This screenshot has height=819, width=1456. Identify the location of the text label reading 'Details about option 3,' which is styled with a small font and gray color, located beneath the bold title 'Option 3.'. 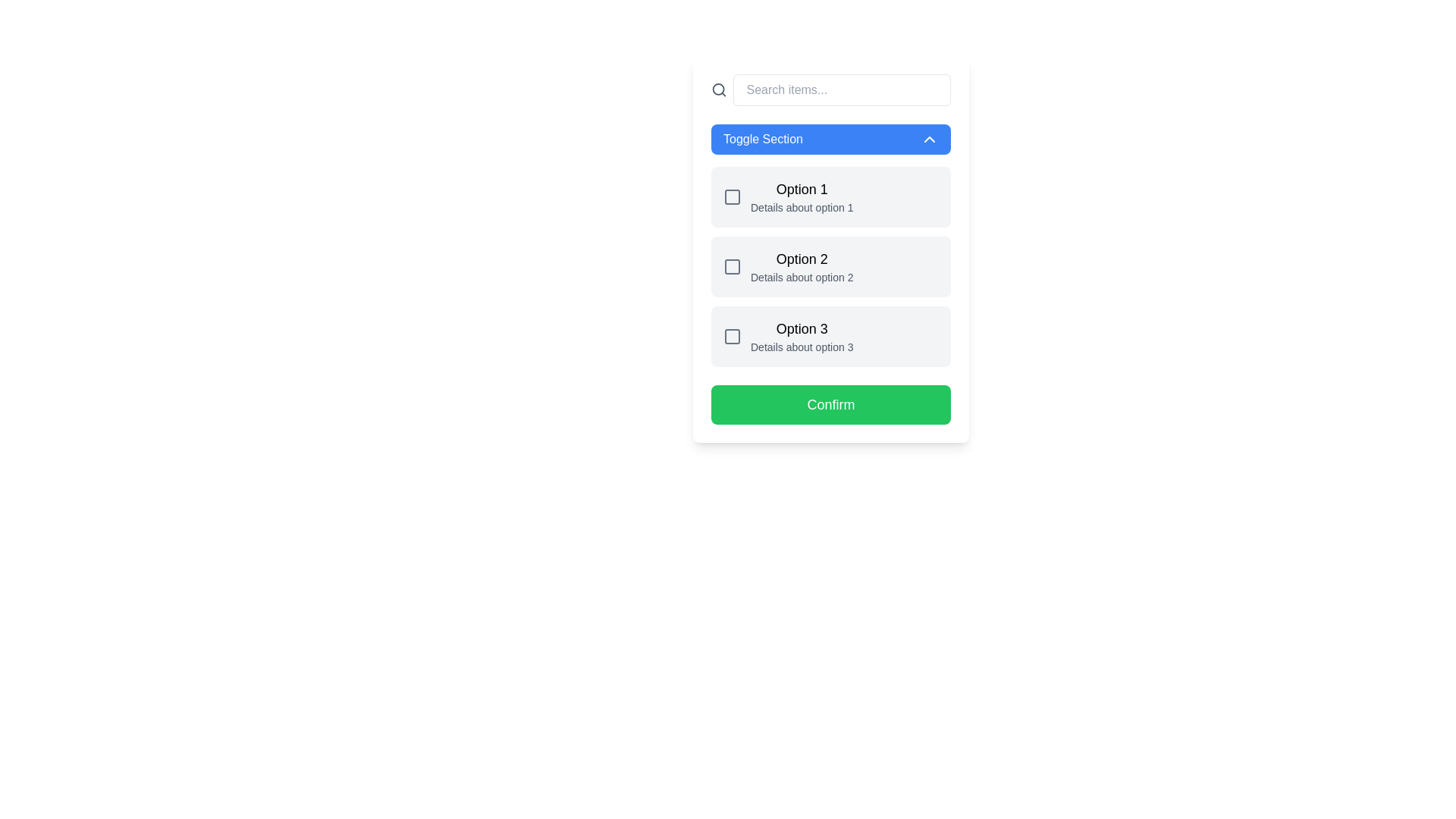
(801, 347).